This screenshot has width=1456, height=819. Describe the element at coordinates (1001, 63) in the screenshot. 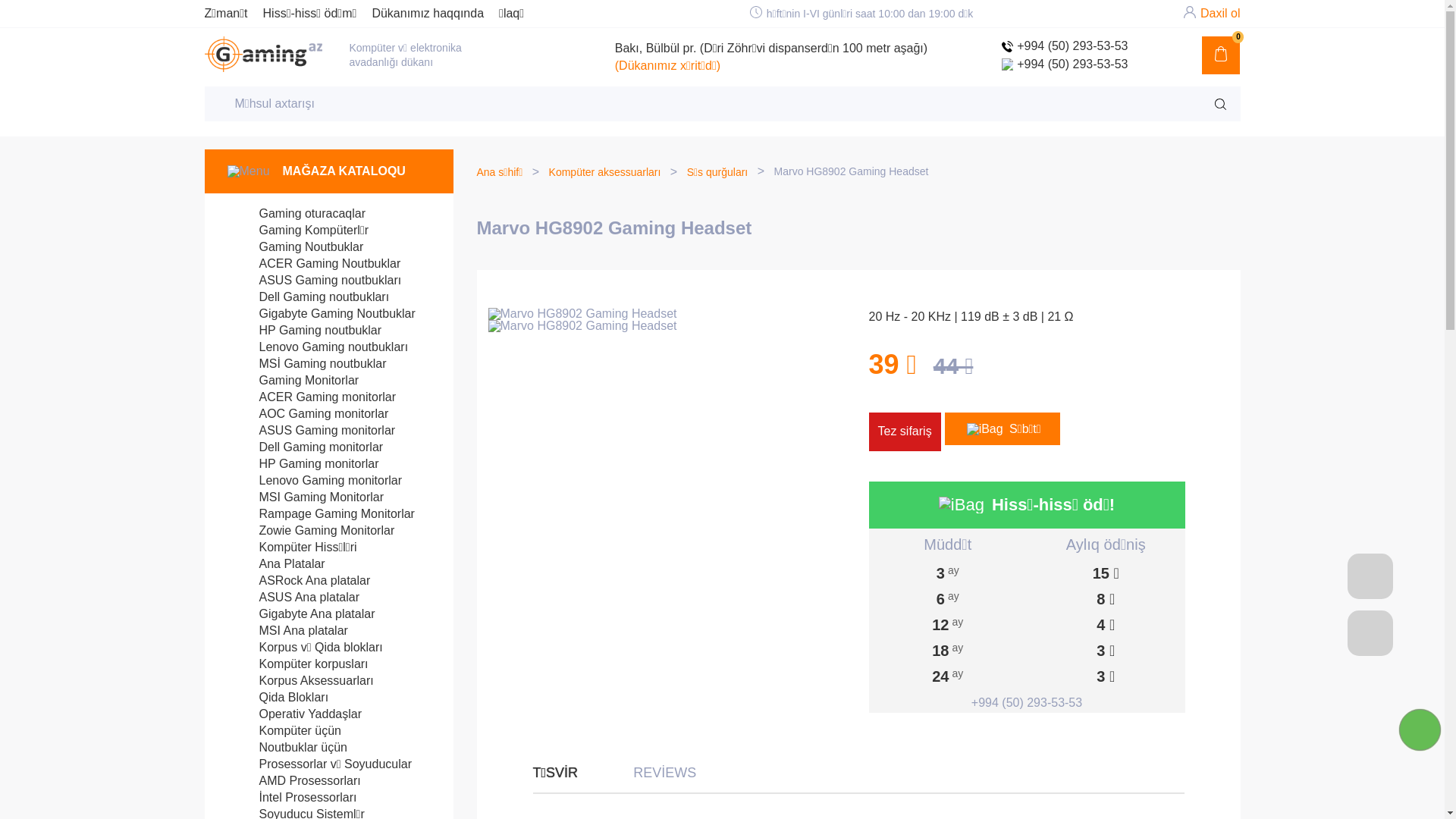

I see `'+994 (50) 293-53-53'` at that location.